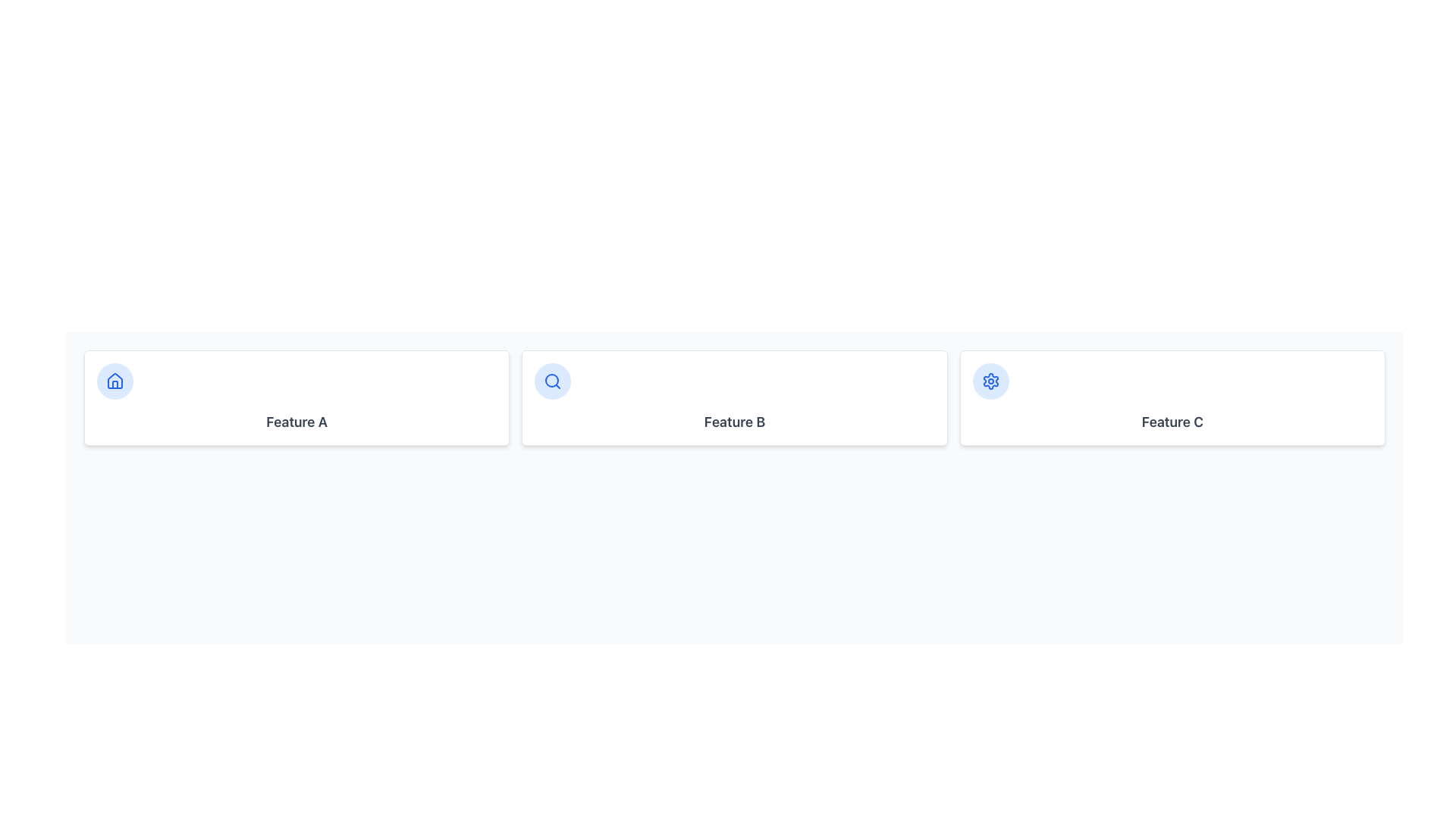 This screenshot has height=819, width=1456. Describe the element at coordinates (552, 380) in the screenshot. I see `the second feature icon` at that location.